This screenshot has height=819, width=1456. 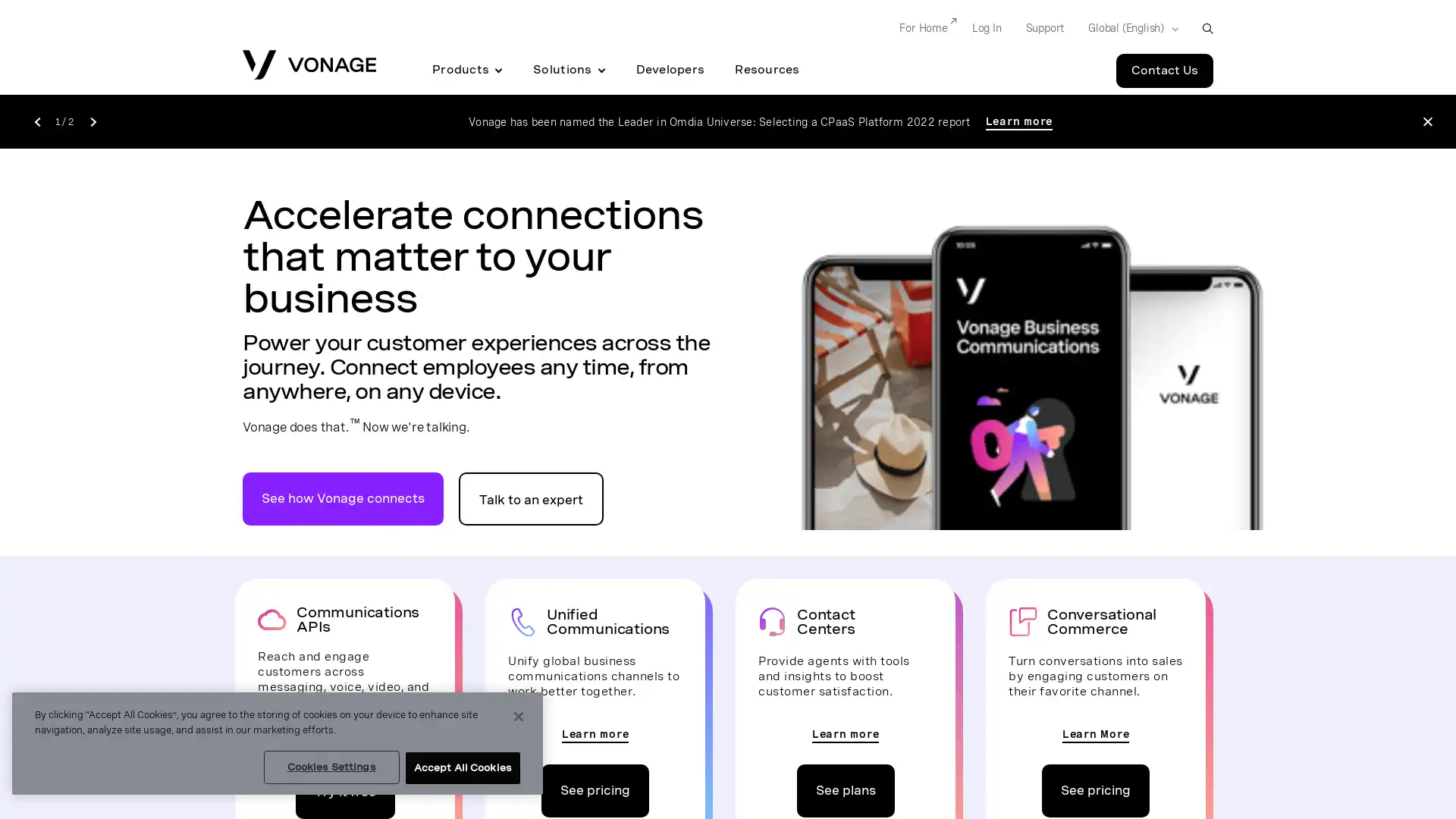 What do you see at coordinates (36, 120) in the screenshot?
I see `Go to the previous announcement` at bounding box center [36, 120].